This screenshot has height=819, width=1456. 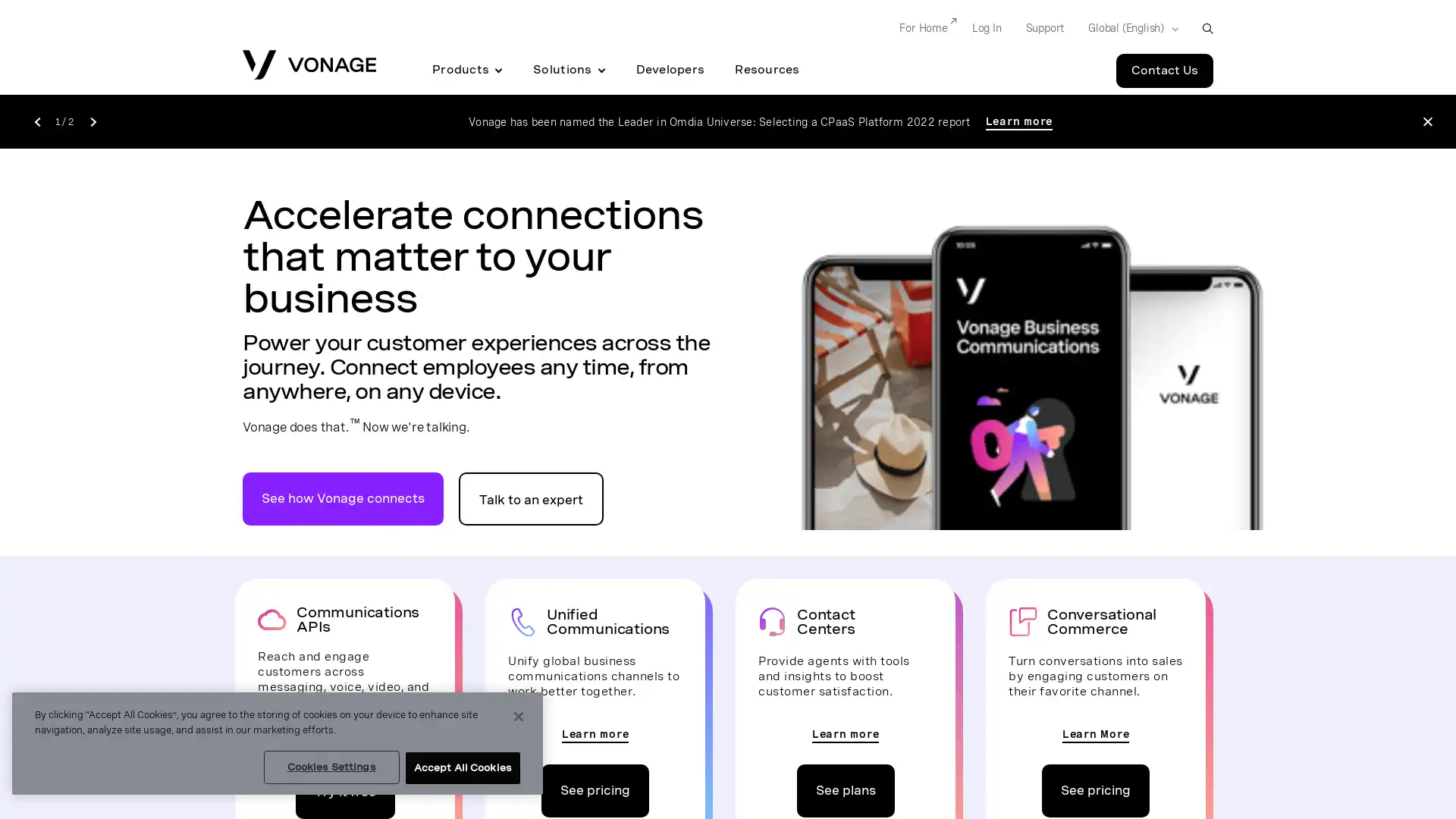 What do you see at coordinates (36, 120) in the screenshot?
I see `Go to the previous announcement` at bounding box center [36, 120].